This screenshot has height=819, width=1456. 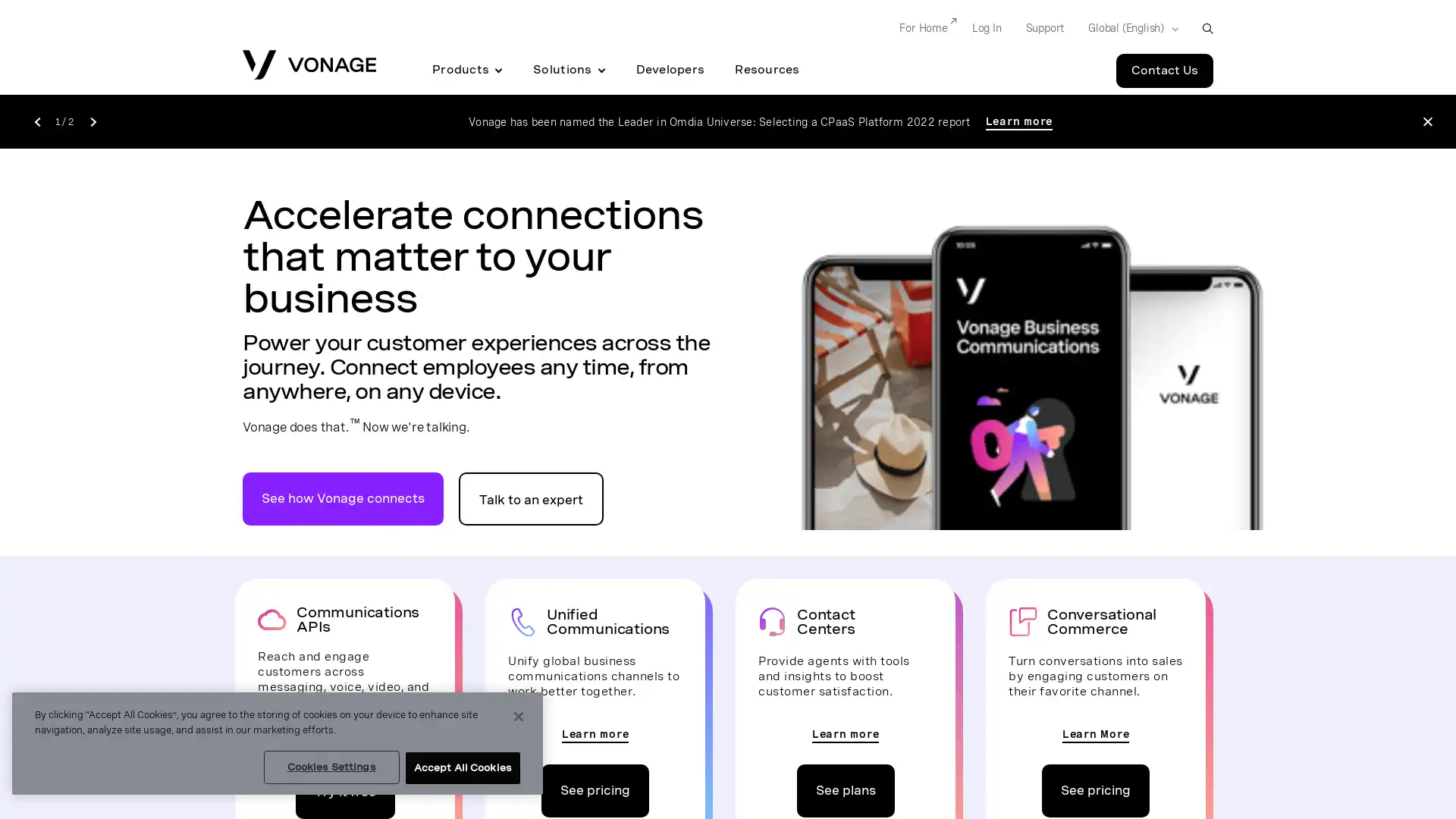 What do you see at coordinates (36, 120) in the screenshot?
I see `Go to the previous announcement` at bounding box center [36, 120].